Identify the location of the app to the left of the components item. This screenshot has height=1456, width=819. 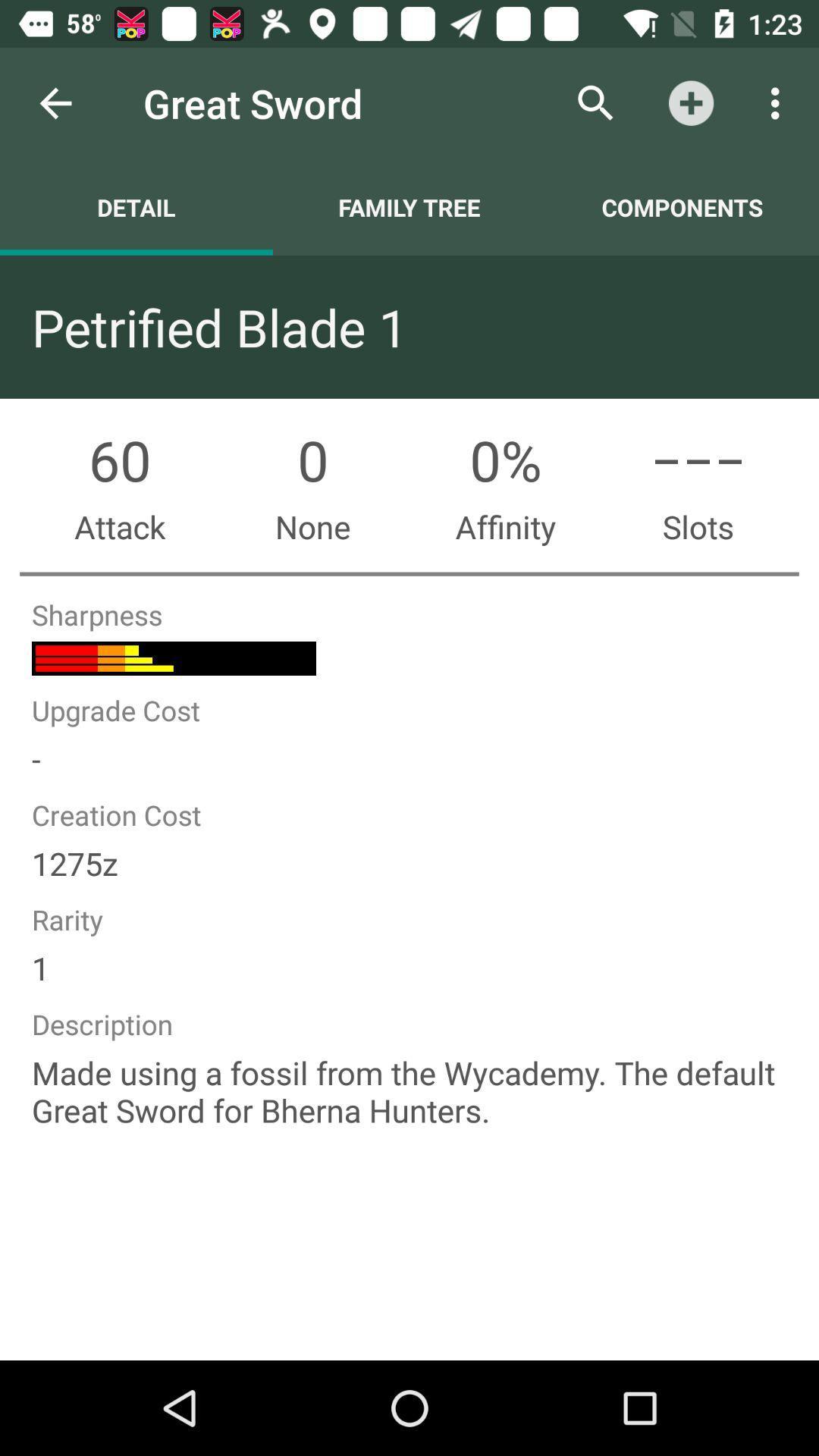
(409, 206).